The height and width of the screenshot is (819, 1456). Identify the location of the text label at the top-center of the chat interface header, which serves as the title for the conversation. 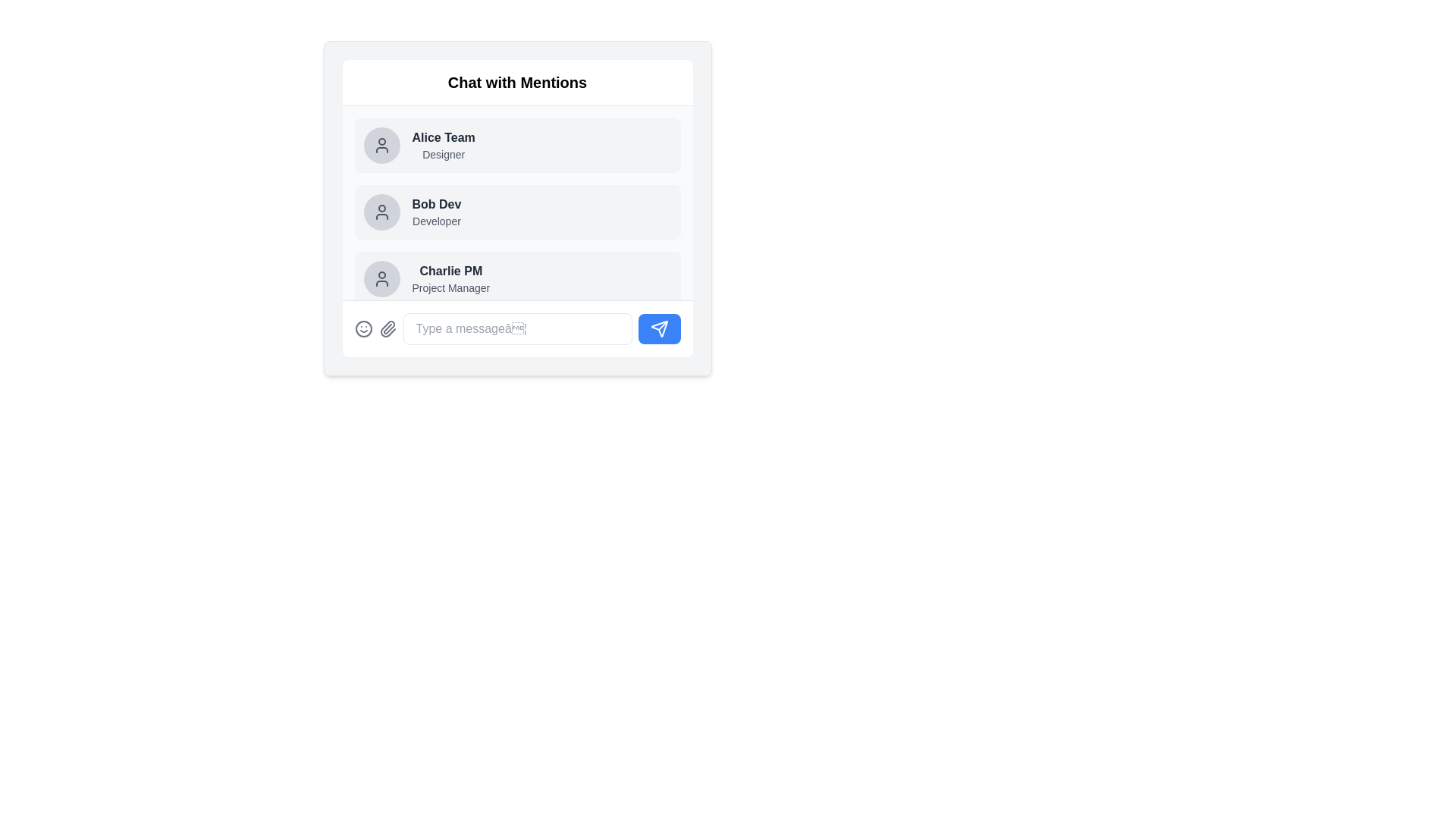
(517, 82).